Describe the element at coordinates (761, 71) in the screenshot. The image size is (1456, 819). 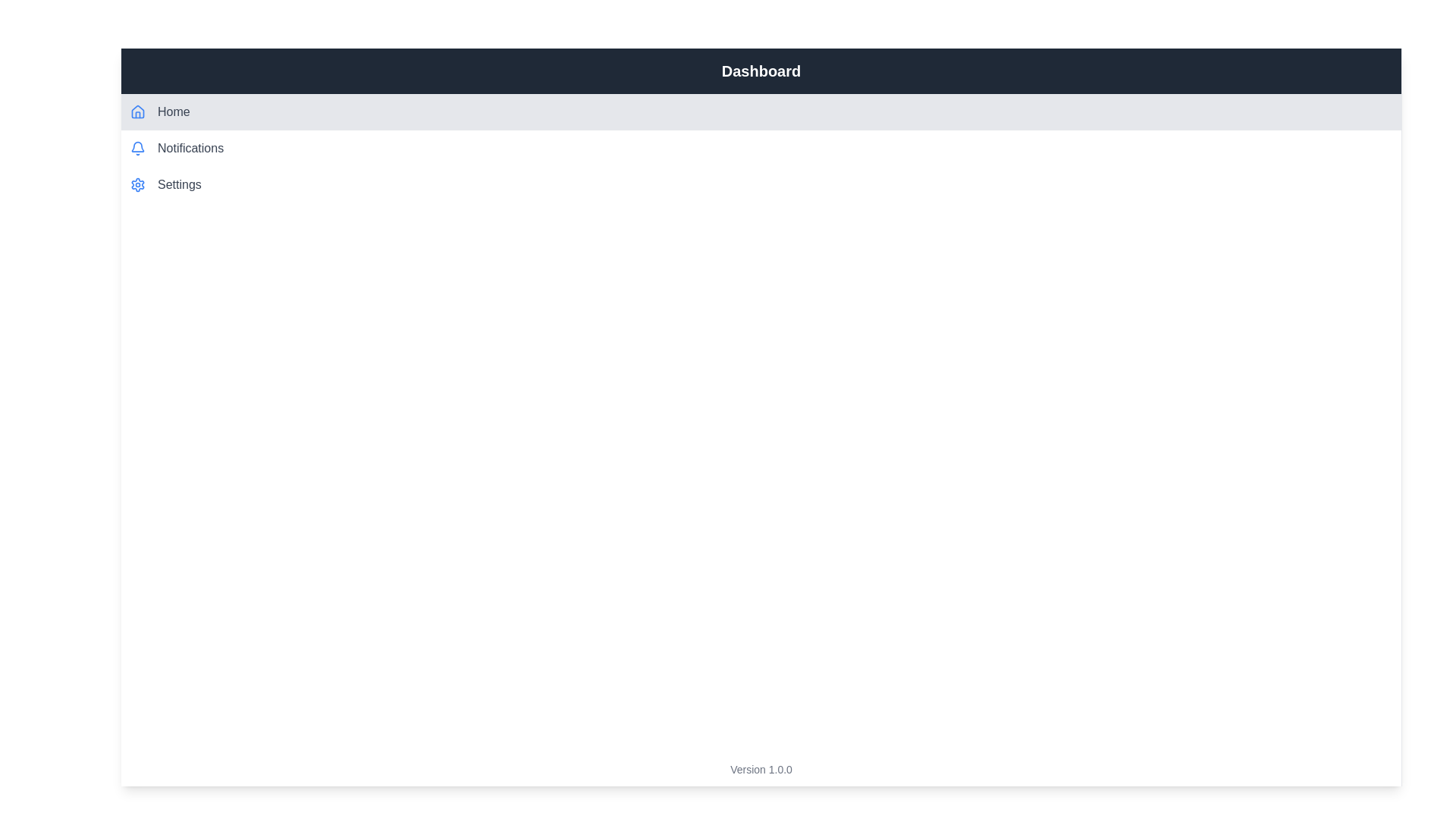
I see `the header labeled 'Dashboard'` at that location.